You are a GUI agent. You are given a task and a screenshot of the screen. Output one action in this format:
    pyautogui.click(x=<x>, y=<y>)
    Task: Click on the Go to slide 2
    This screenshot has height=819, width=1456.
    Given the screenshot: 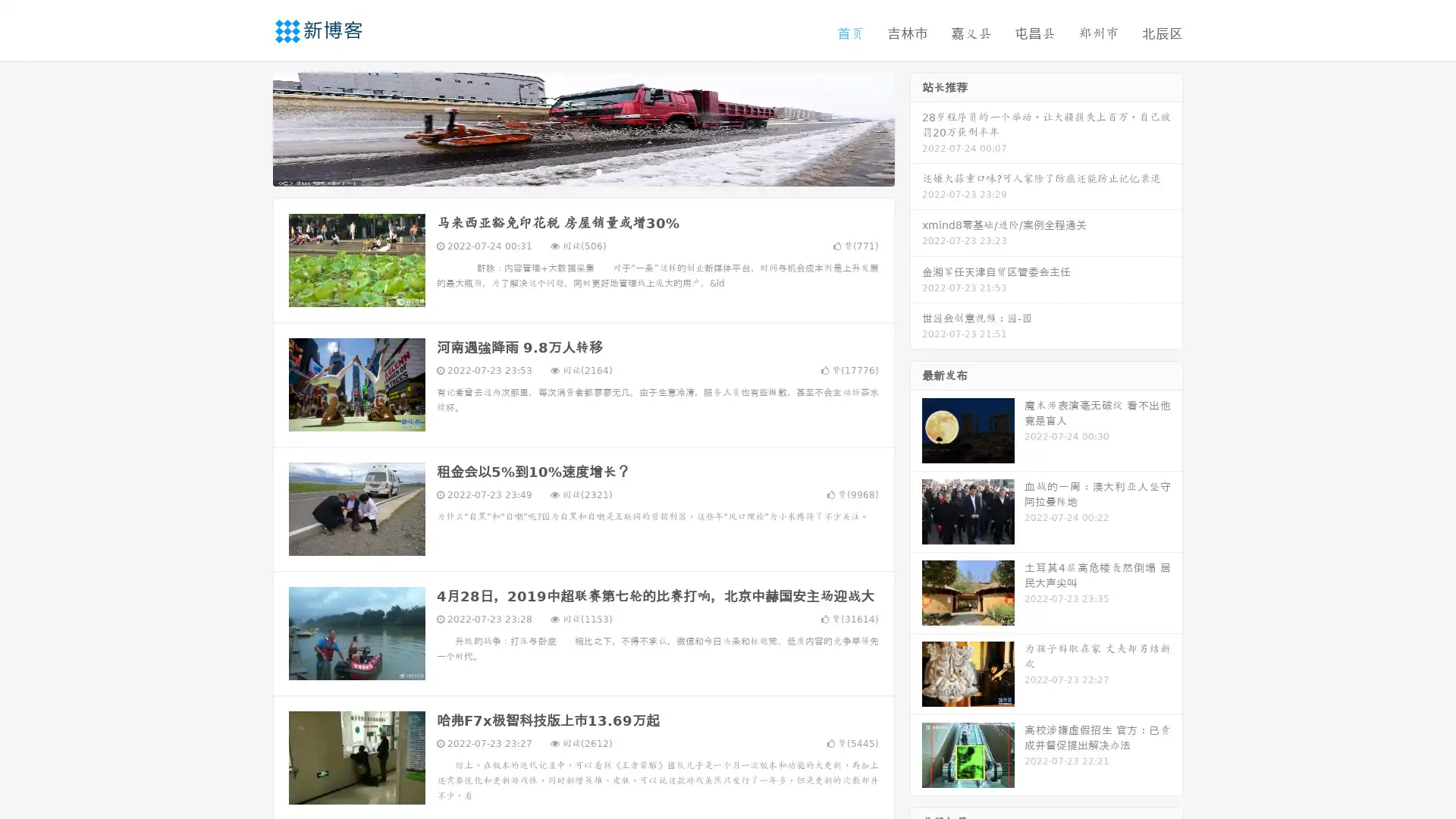 What is the action you would take?
    pyautogui.click(x=582, y=171)
    